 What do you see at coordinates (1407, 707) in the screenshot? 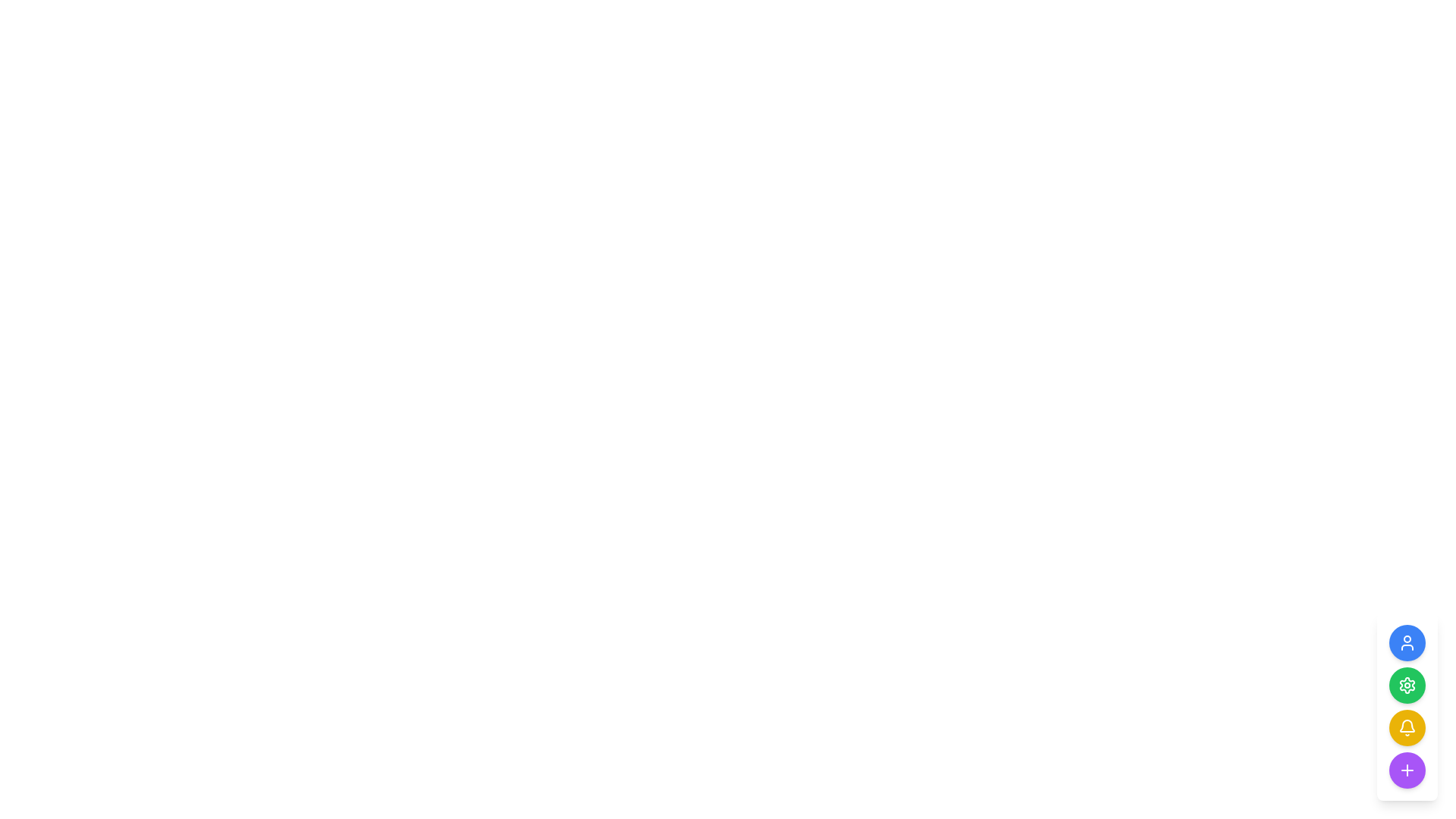
I see `the third circular button` at bounding box center [1407, 707].